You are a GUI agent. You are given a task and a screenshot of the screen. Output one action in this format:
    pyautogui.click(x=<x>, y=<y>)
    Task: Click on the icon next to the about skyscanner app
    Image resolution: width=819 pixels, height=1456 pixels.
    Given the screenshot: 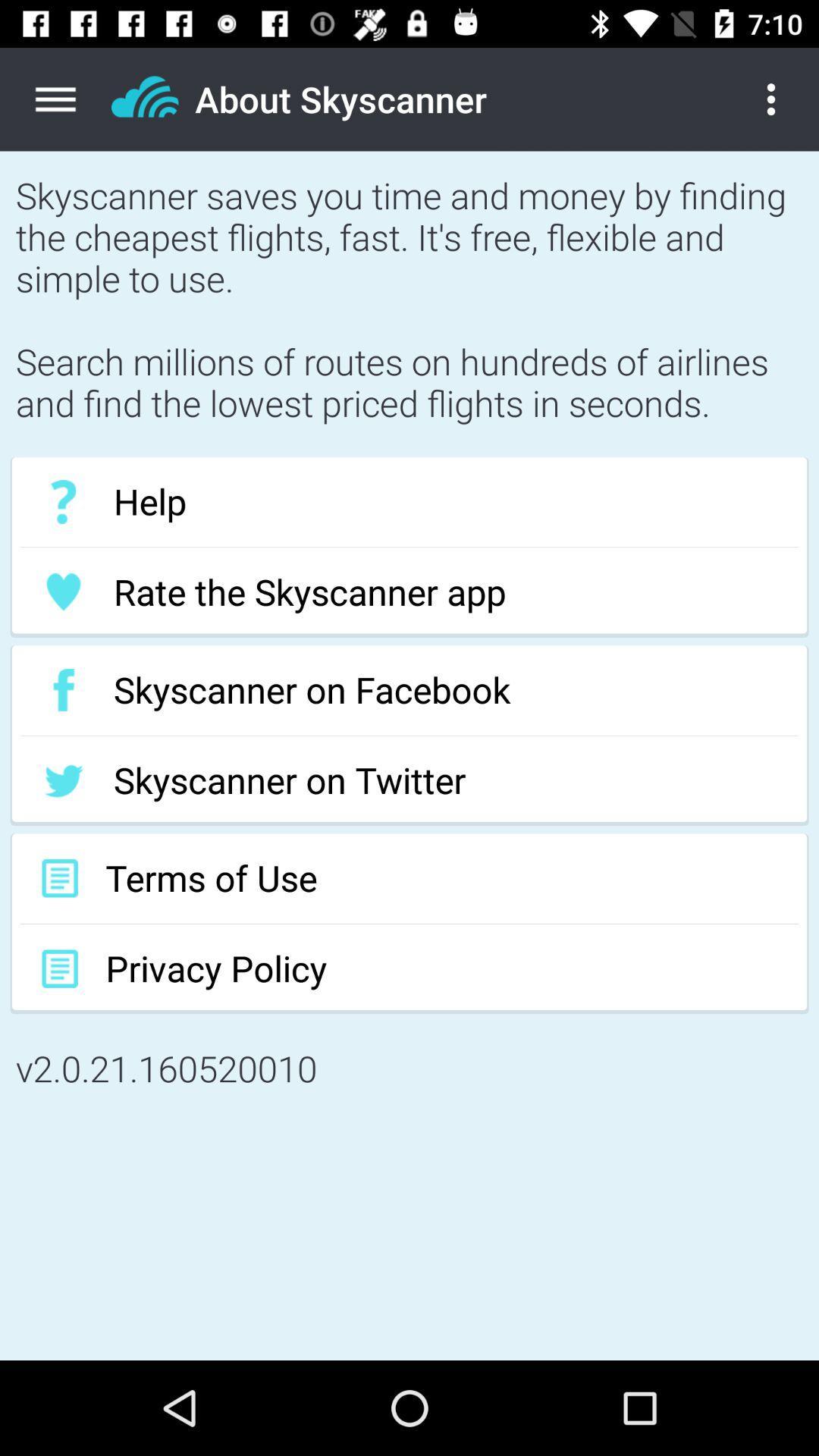 What is the action you would take?
    pyautogui.click(x=783, y=99)
    